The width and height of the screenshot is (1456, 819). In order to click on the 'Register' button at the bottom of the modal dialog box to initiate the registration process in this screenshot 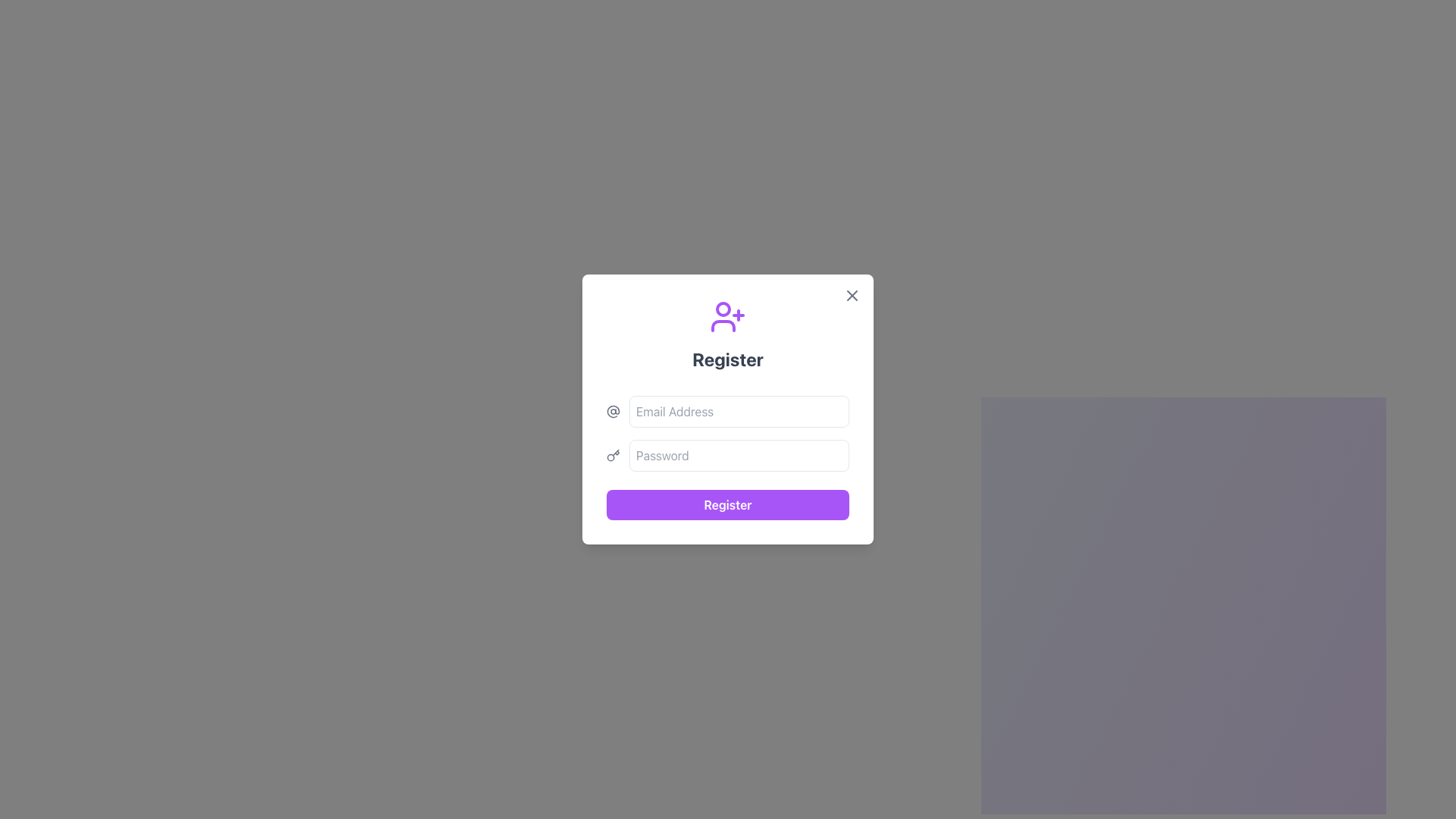, I will do `click(728, 505)`.